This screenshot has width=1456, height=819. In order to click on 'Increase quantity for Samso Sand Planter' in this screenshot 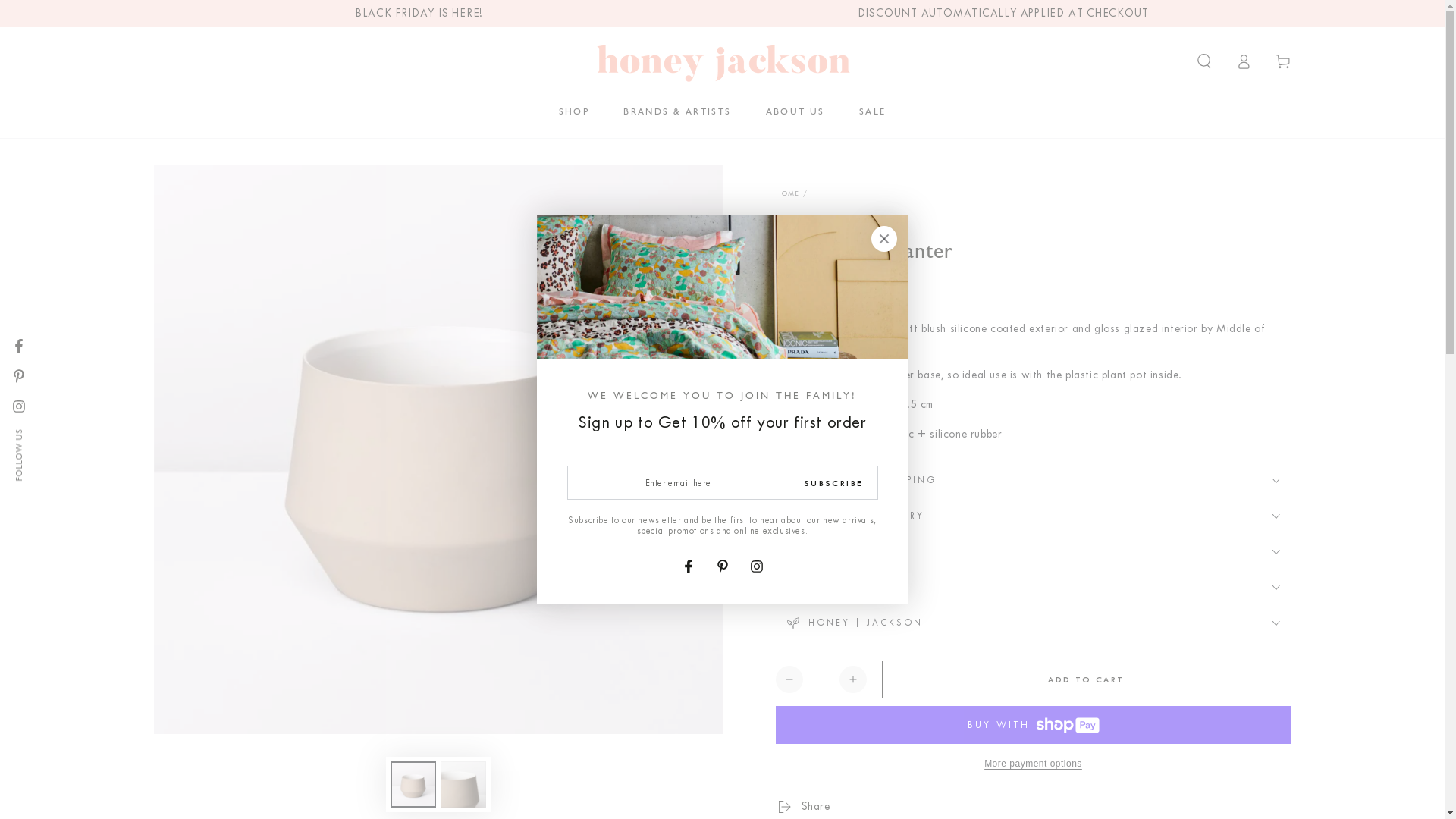, I will do `click(852, 678)`.